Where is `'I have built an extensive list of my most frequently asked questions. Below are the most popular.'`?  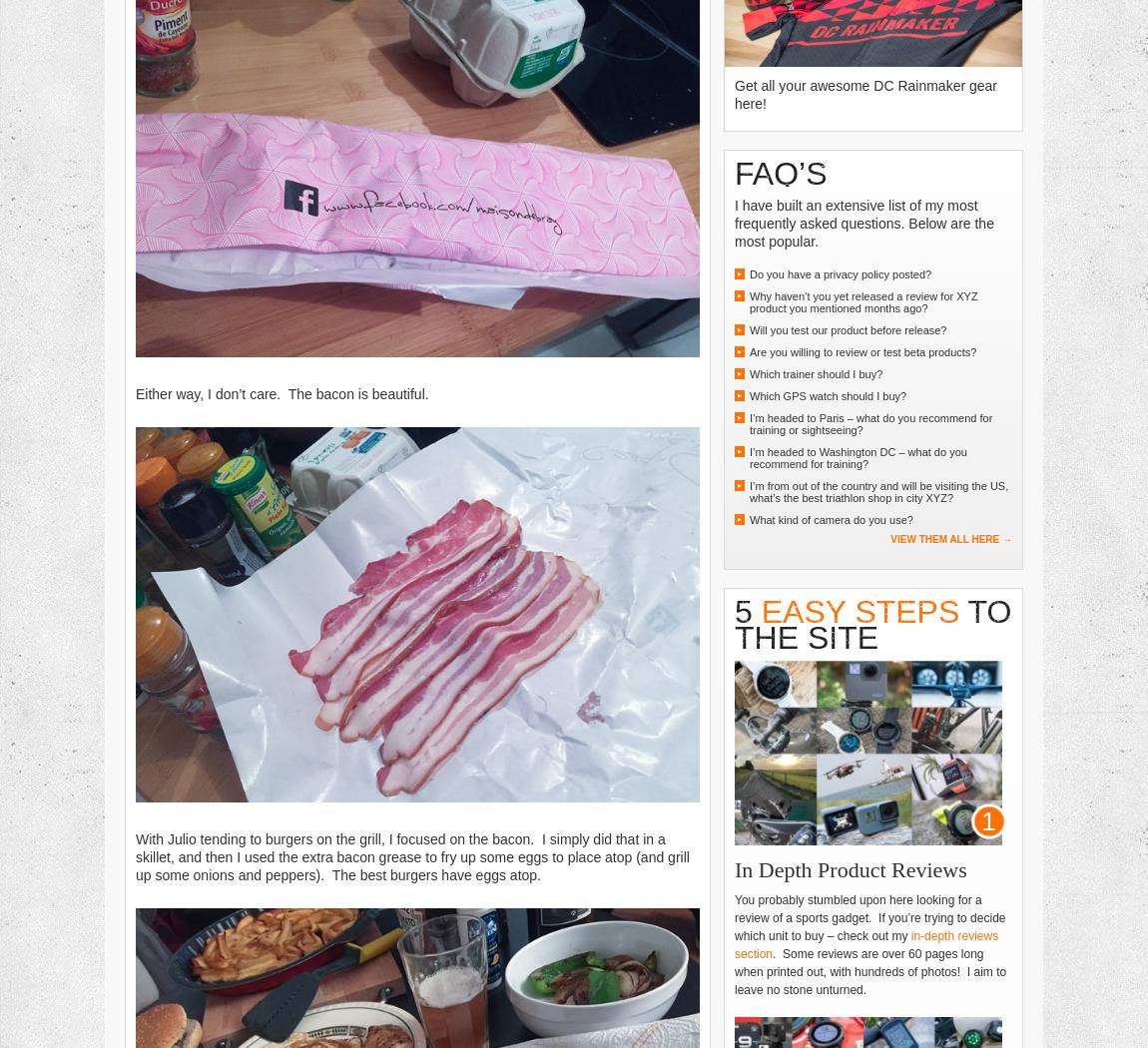
'I have built an extensive list of my most frequently asked questions. Below are the most popular.' is located at coordinates (863, 222).